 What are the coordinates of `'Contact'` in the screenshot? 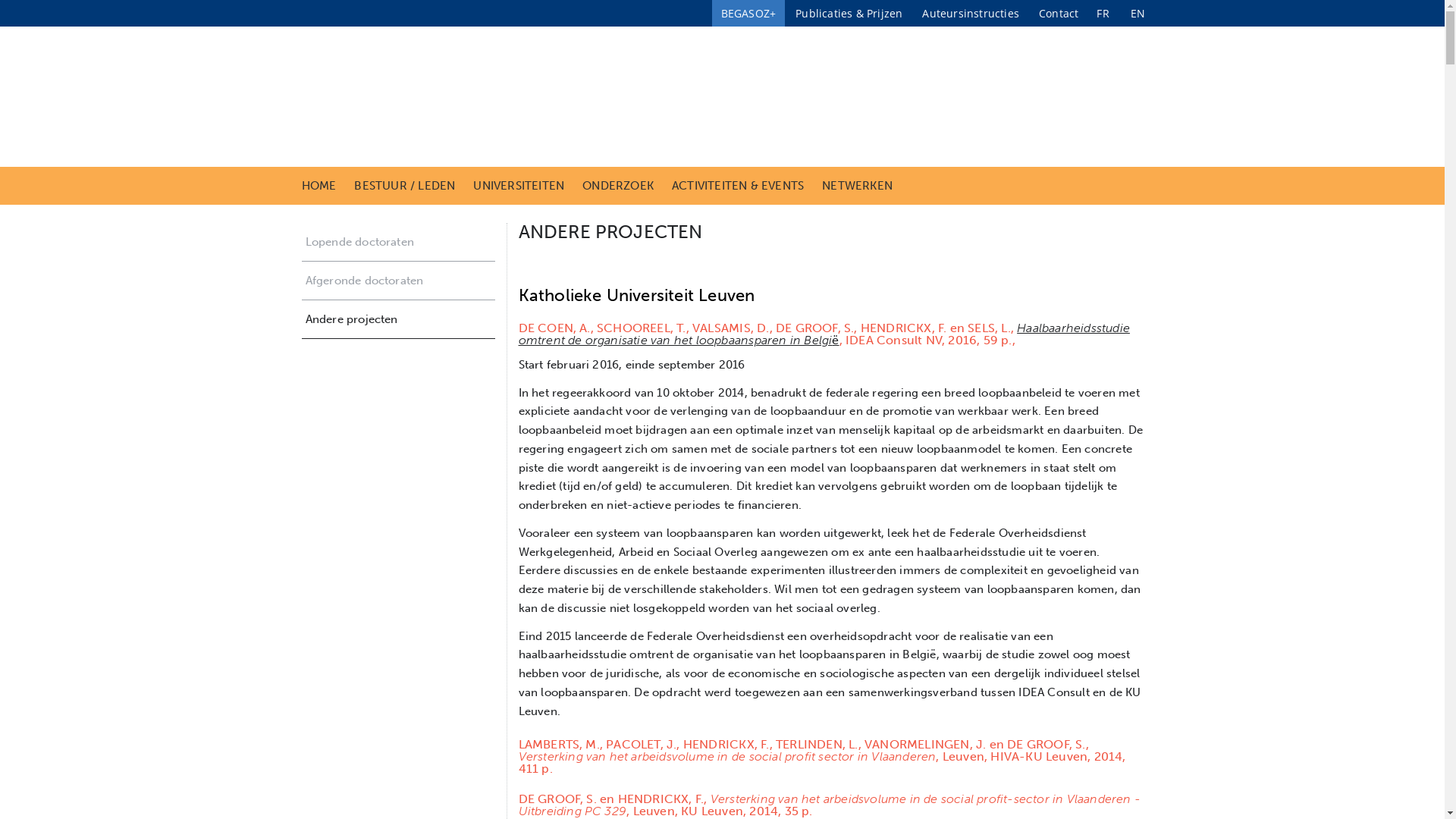 It's located at (1058, 13).